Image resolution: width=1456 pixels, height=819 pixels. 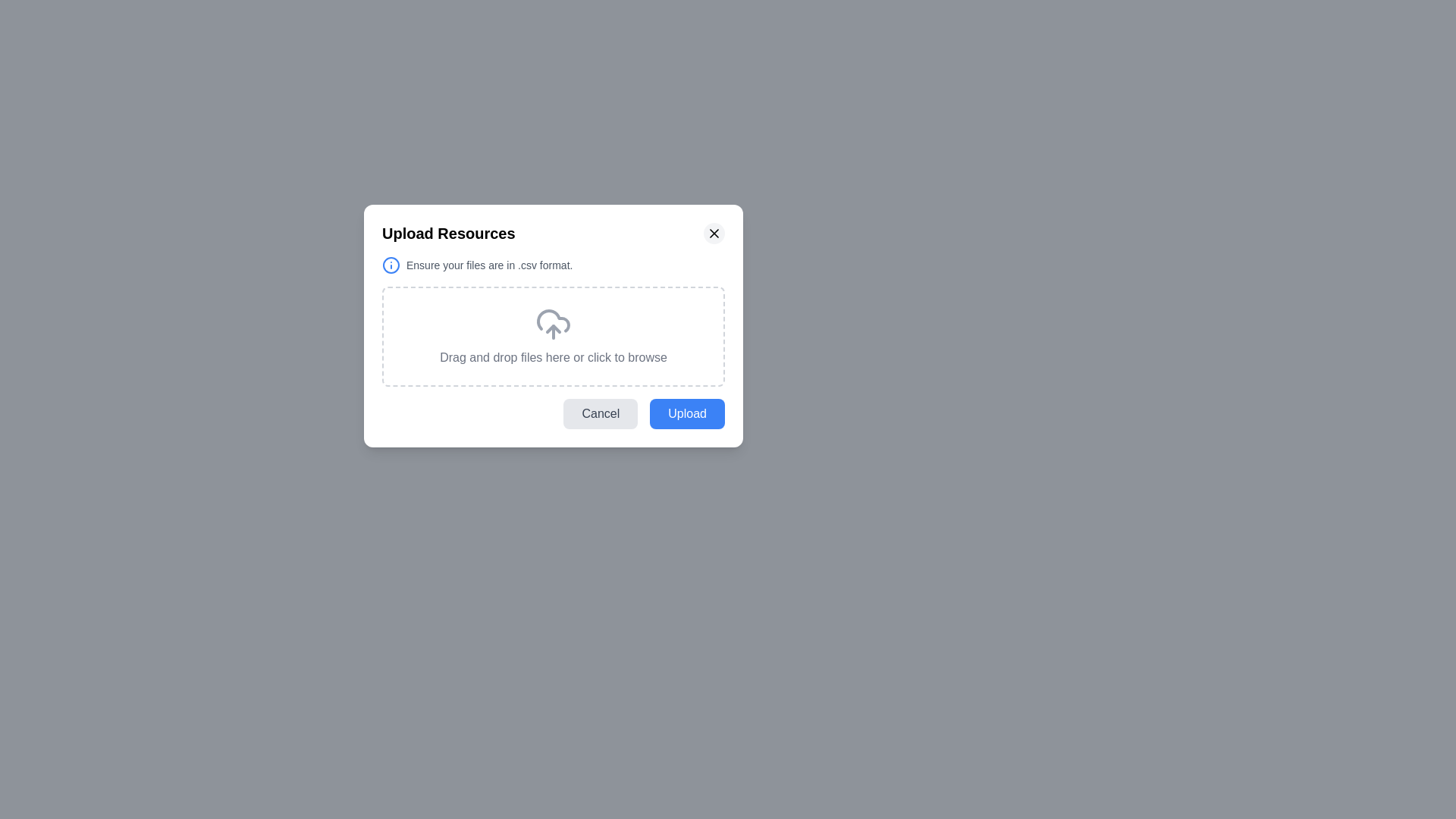 What do you see at coordinates (552, 335) in the screenshot?
I see `files into the Drag-and-drop upload area located centrally within the 'Upload Resources' dialog box, below the instruction text 'Ensure your files are in .csv format.'` at bounding box center [552, 335].